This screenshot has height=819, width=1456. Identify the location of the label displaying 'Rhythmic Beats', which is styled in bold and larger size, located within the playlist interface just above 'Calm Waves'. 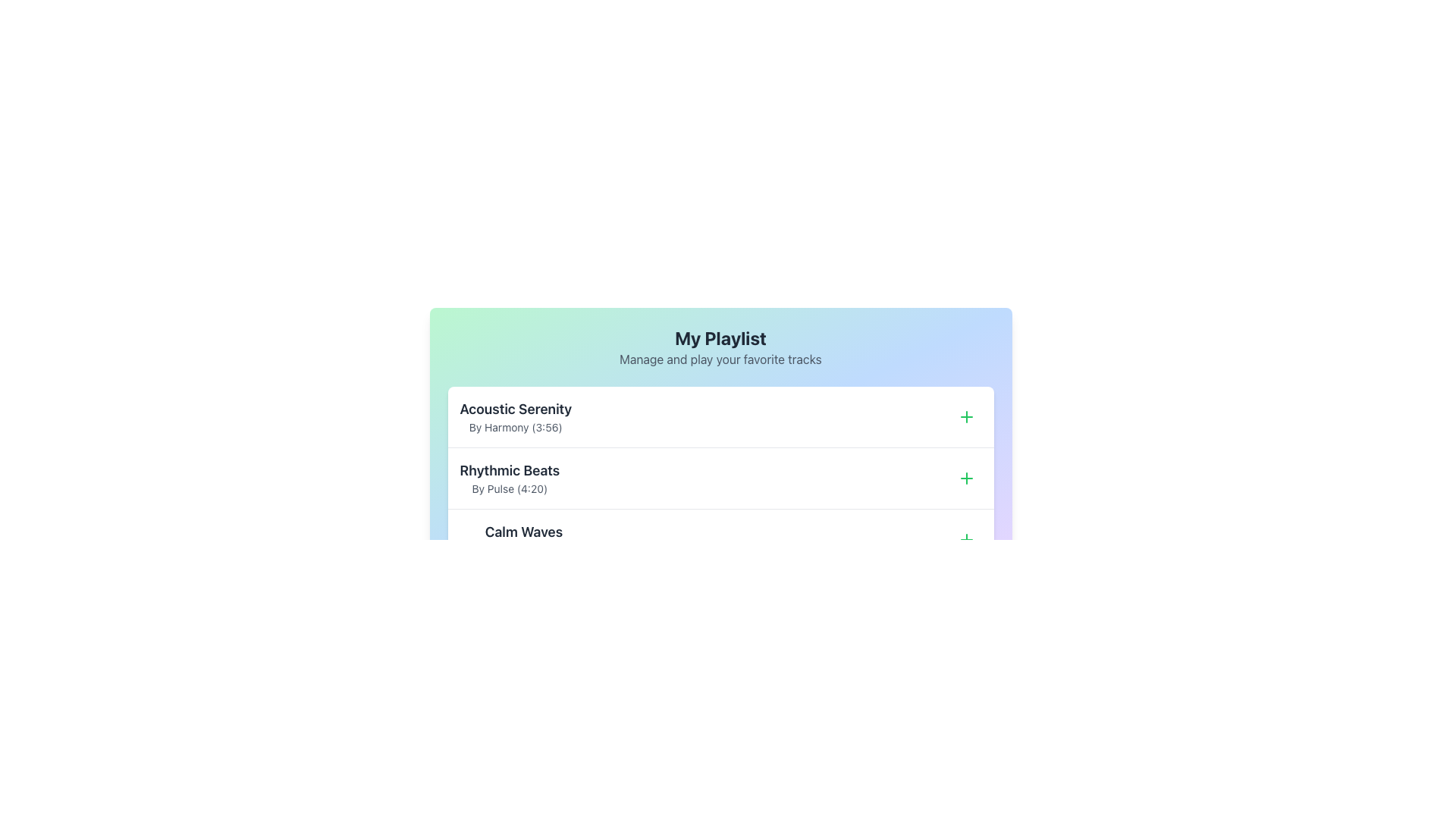
(510, 470).